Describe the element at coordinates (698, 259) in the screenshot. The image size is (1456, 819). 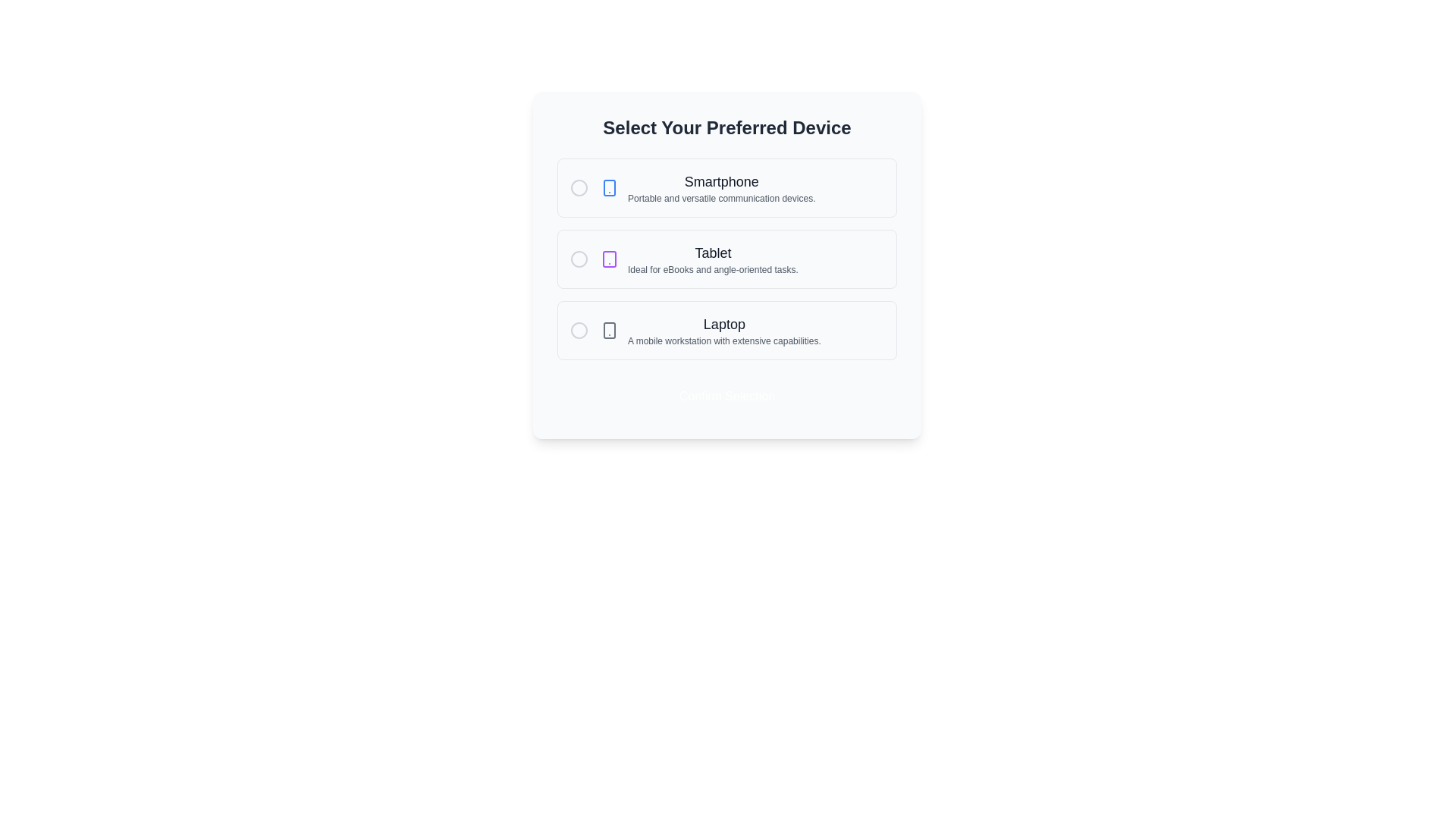
I see `the selection option item for the tablet in the vertical list titled 'Select Your Preferred Device'` at that location.